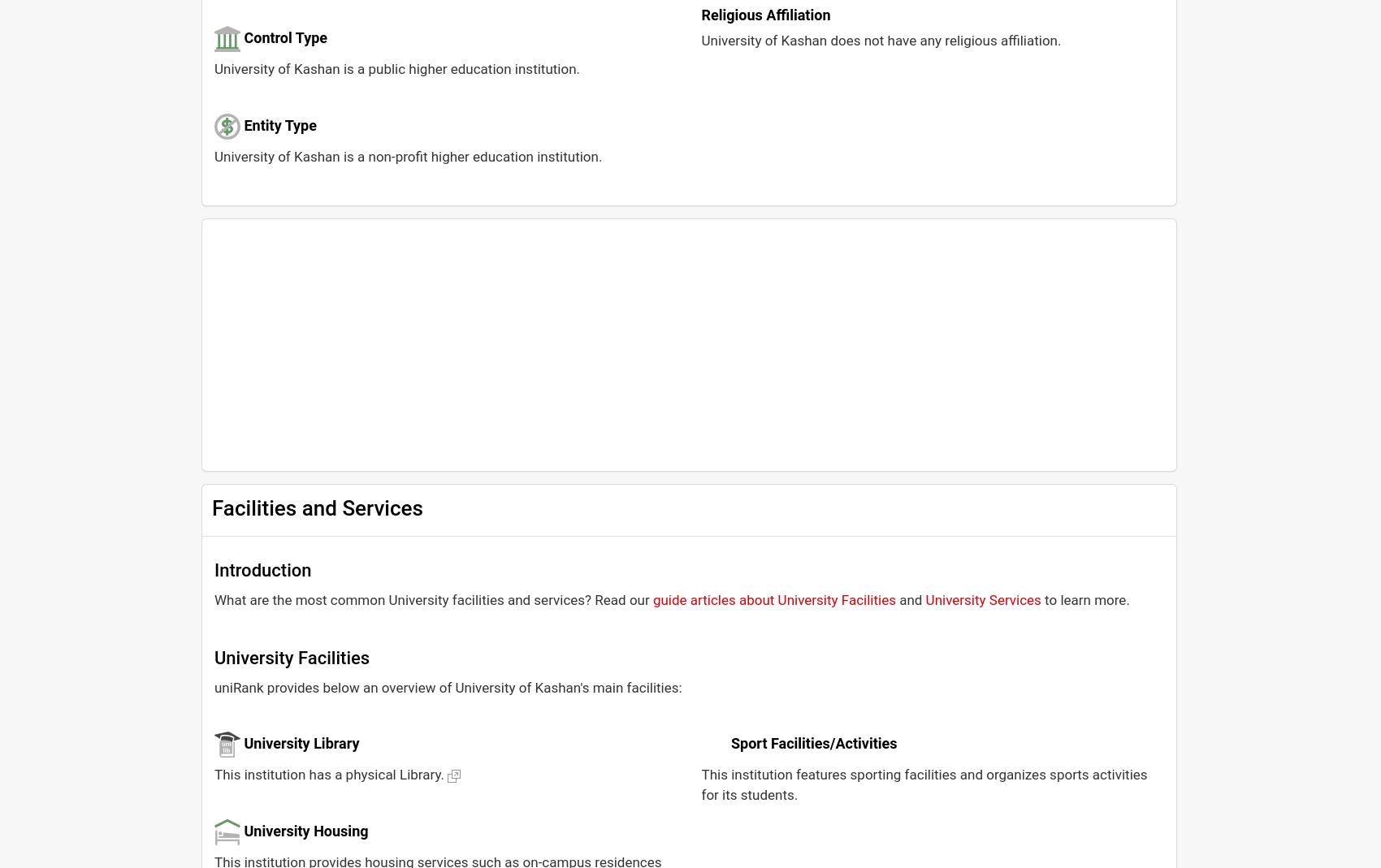 The image size is (1381, 868). What do you see at coordinates (652, 598) in the screenshot?
I see `'guide articles about University Facilities'` at bounding box center [652, 598].